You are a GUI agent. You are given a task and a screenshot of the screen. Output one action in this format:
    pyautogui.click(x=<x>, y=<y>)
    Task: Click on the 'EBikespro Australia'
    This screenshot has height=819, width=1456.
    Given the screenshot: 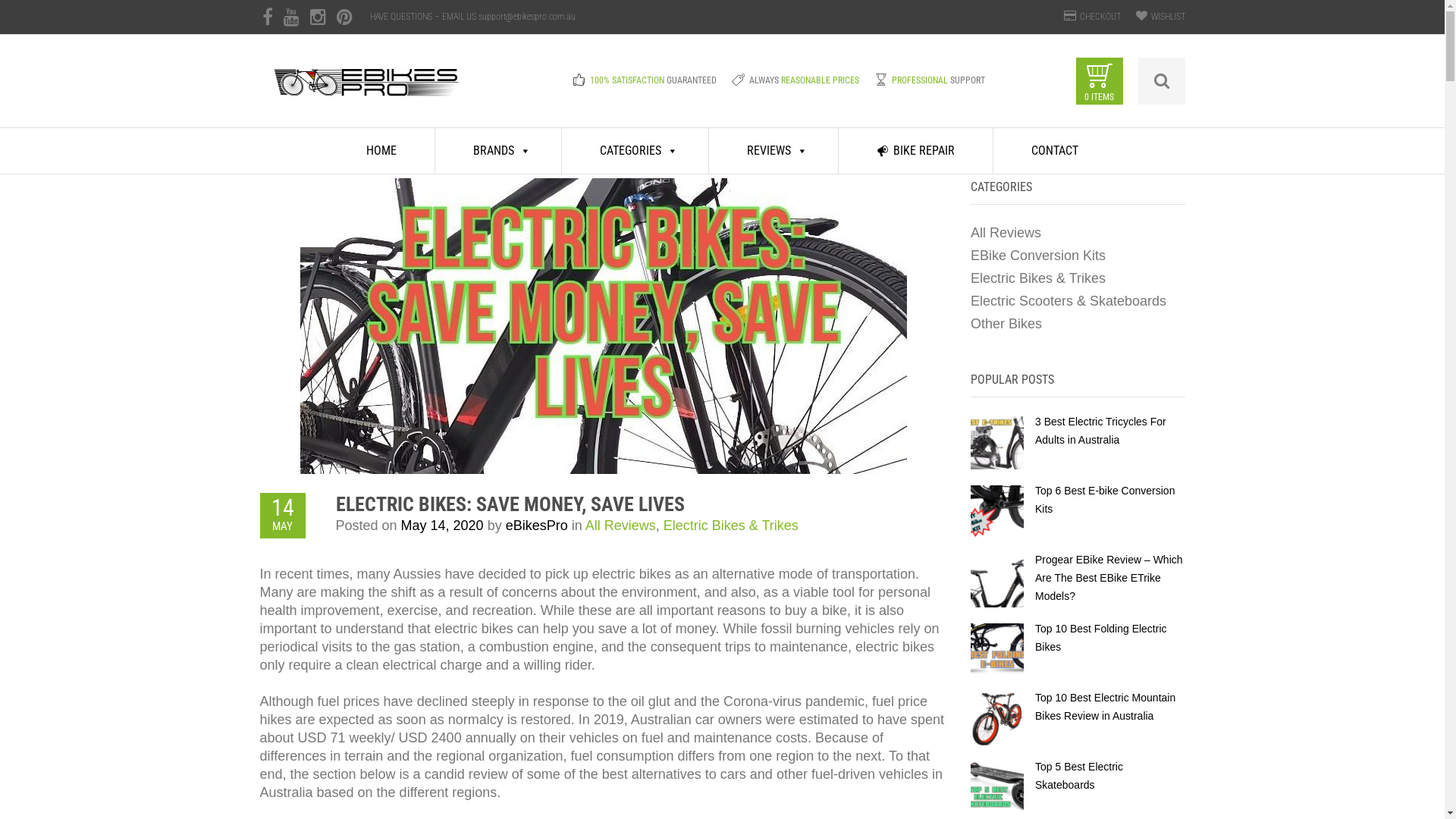 What is the action you would take?
    pyautogui.click(x=367, y=91)
    